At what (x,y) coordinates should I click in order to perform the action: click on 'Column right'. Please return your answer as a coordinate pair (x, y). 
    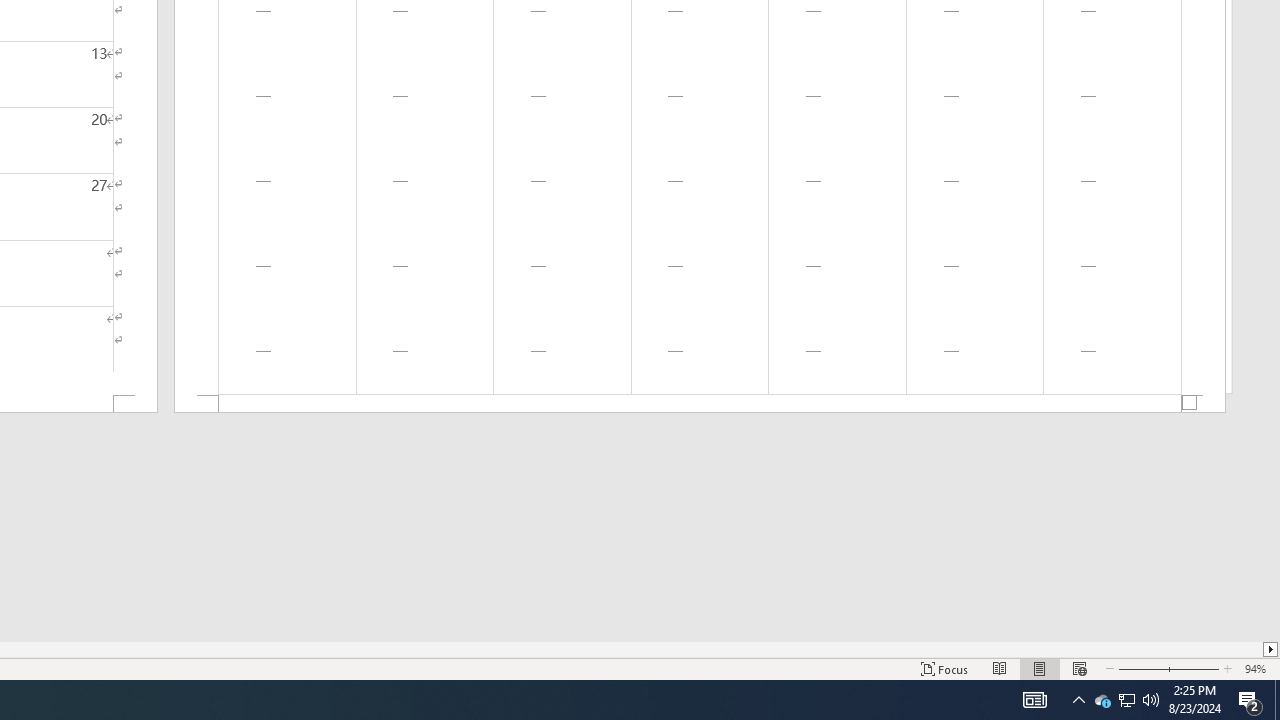
    Looking at the image, I should click on (1270, 649).